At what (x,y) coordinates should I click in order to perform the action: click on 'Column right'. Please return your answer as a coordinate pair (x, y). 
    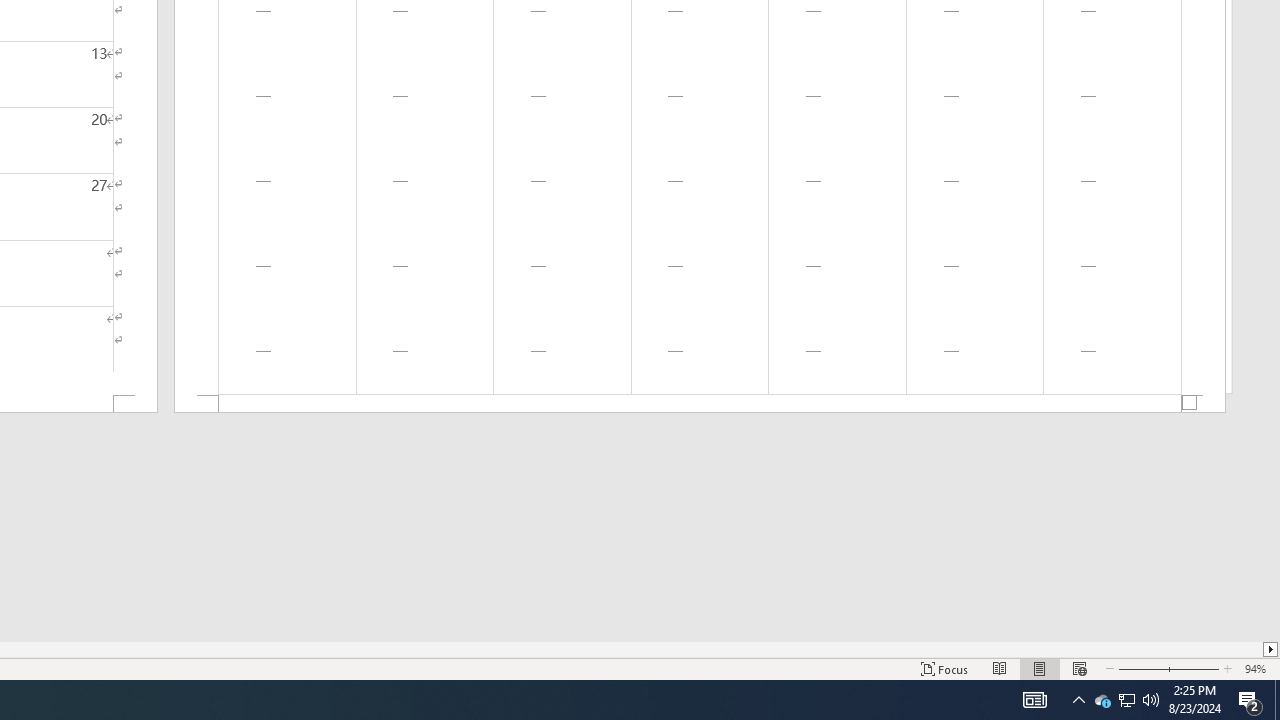
    Looking at the image, I should click on (1270, 649).